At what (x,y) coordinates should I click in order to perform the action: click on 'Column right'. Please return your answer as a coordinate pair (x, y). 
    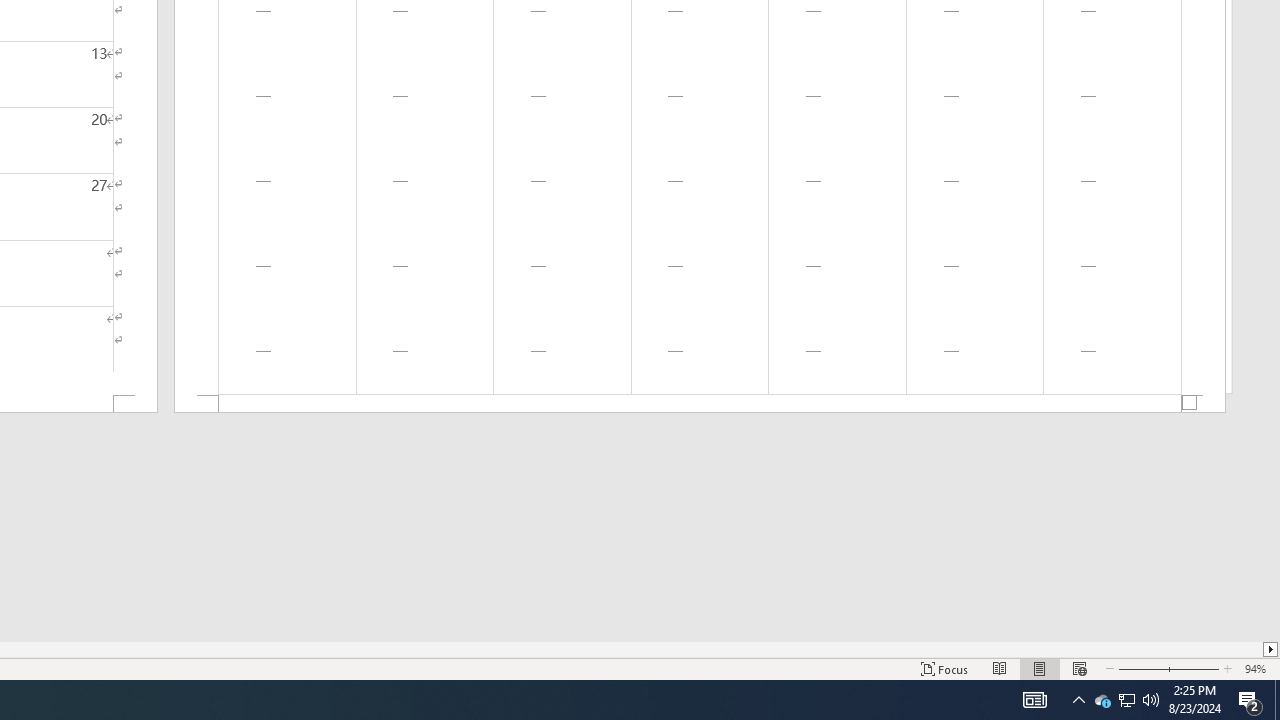
    Looking at the image, I should click on (1270, 649).